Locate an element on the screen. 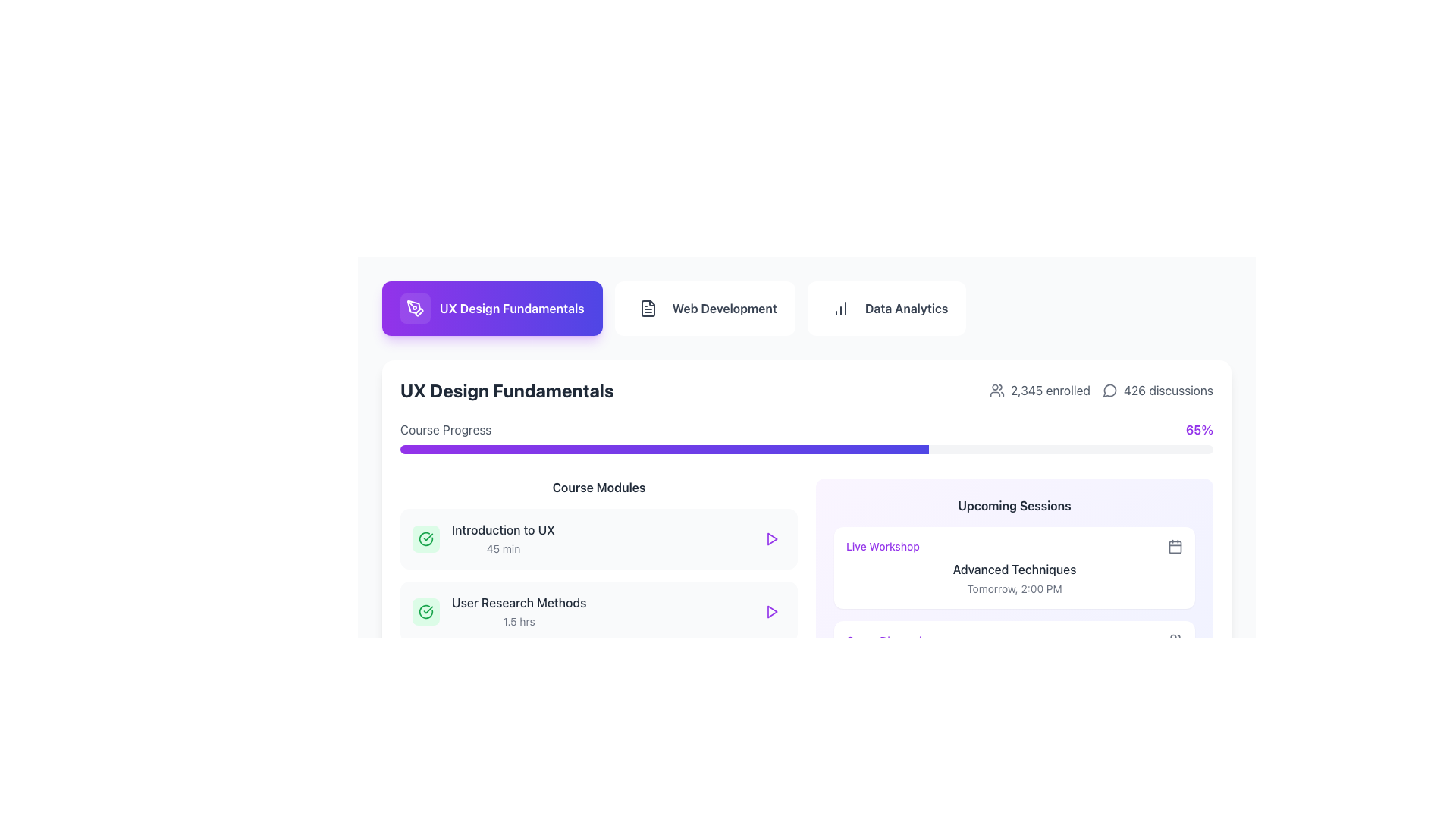 The image size is (1456, 819). the button representing the 'UX Design Fundamentals' option is located at coordinates (492, 308).